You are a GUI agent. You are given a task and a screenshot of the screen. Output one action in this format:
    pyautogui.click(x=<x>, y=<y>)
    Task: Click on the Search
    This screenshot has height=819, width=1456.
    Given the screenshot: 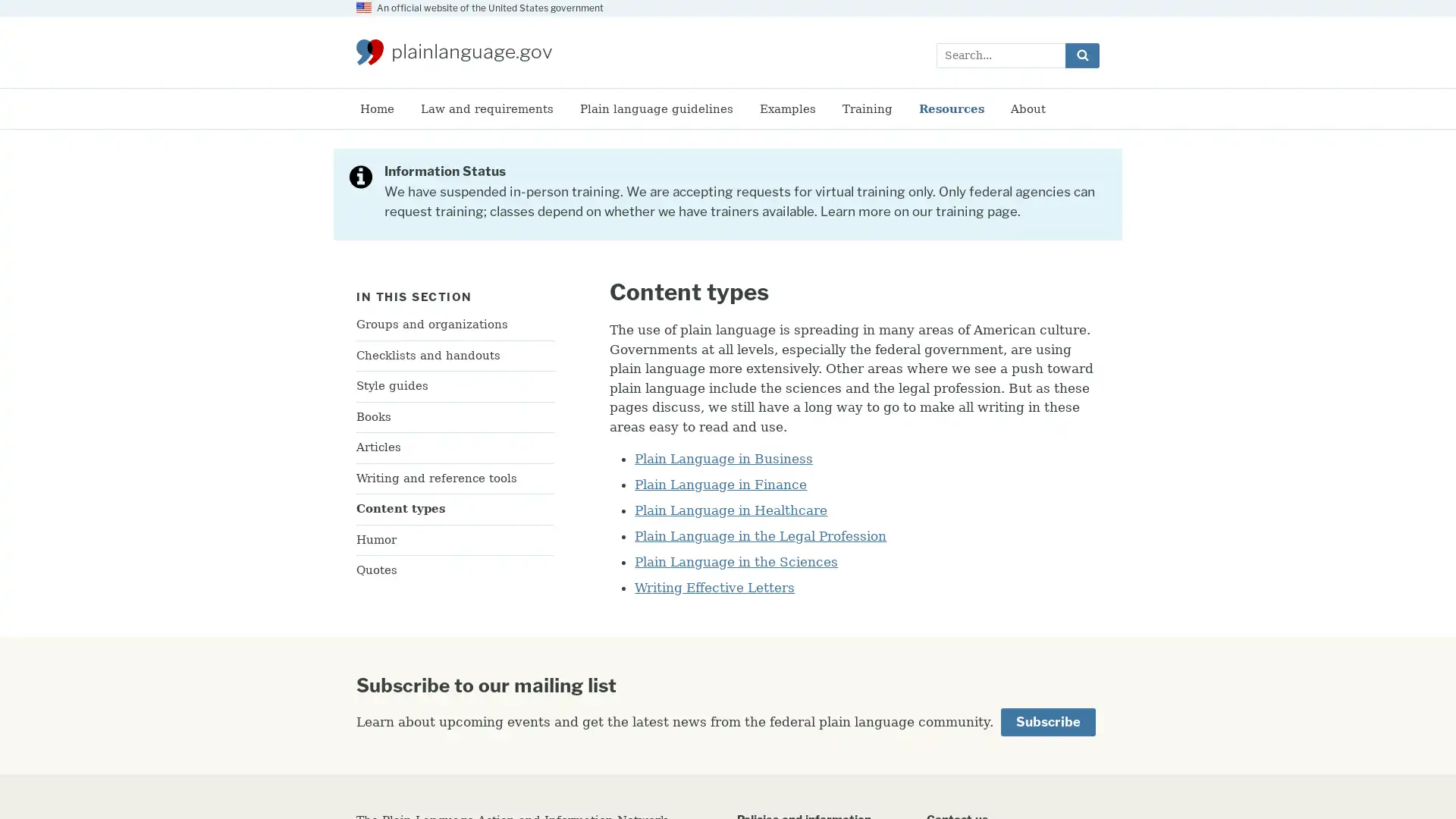 What is the action you would take?
    pyautogui.click(x=1081, y=54)
    